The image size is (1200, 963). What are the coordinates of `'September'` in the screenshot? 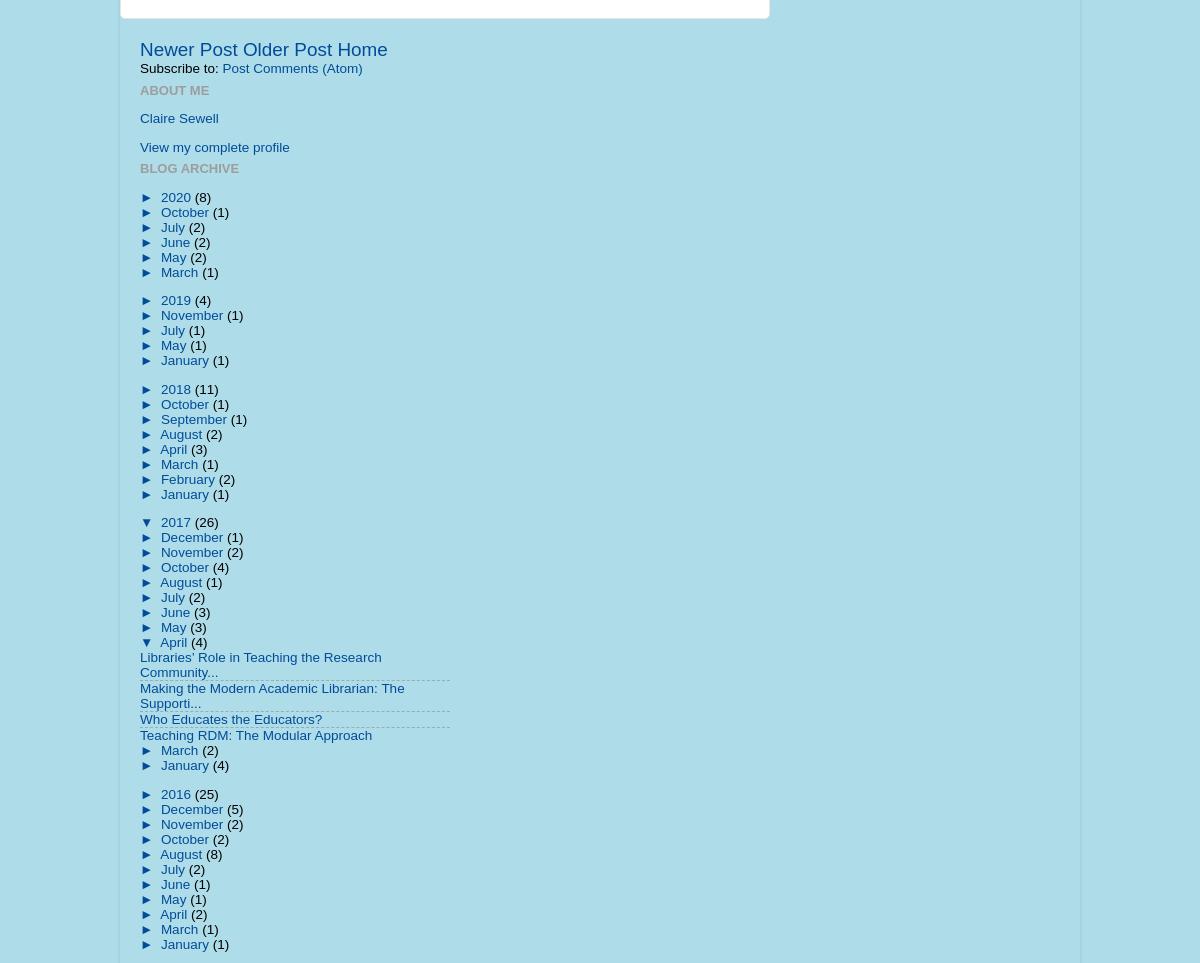 It's located at (194, 418).